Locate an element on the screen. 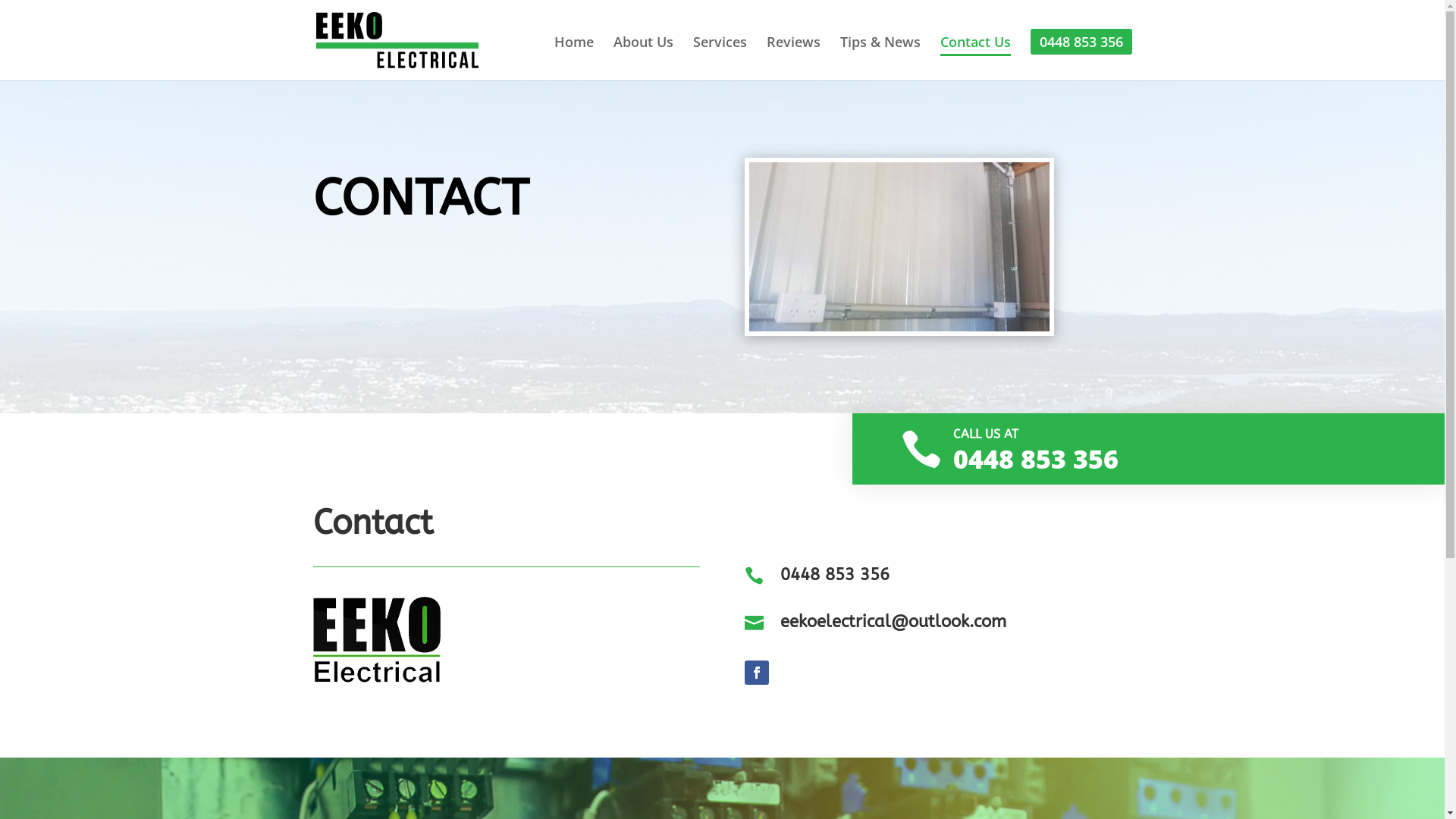  'Home' is located at coordinates (572, 55).